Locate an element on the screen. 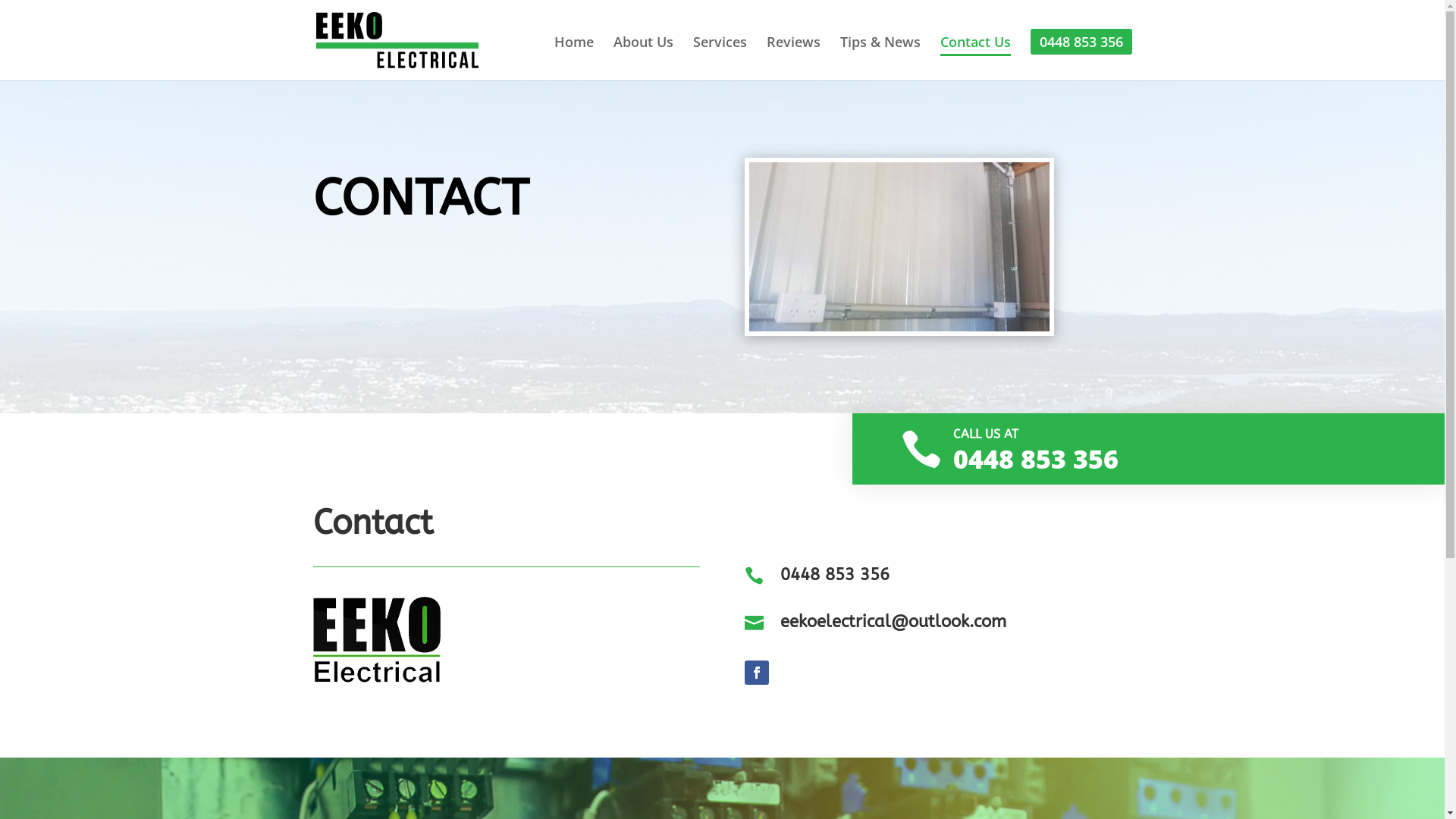  'Home' is located at coordinates (572, 55).